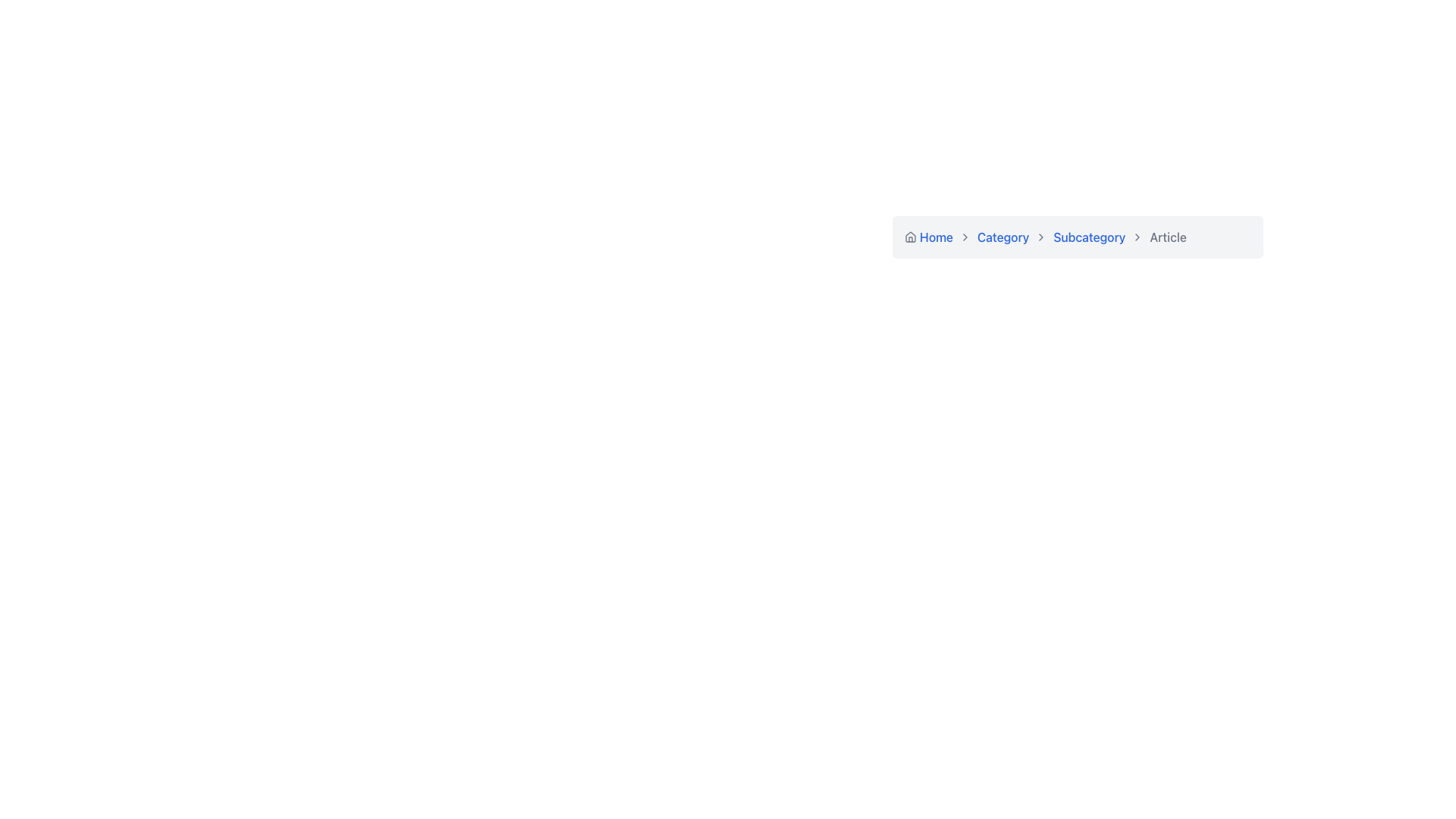 This screenshot has height=819, width=1456. I want to click on the right-facing chevron icon in the breadcrumb navigation bar, which separates the 'Category' and 'Subcategory' items, so click(1040, 237).